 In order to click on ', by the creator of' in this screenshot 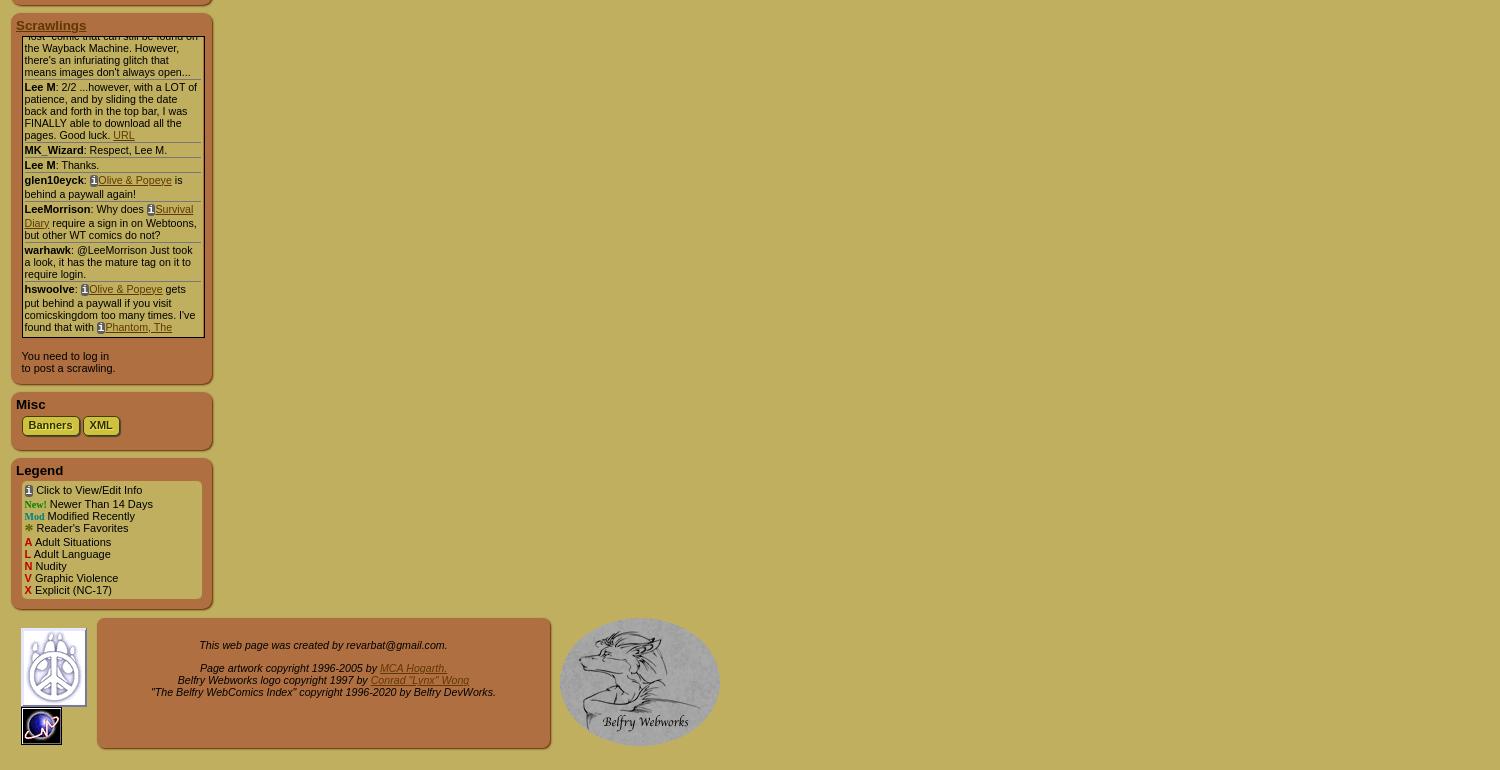, I will do `click(155, 7)`.